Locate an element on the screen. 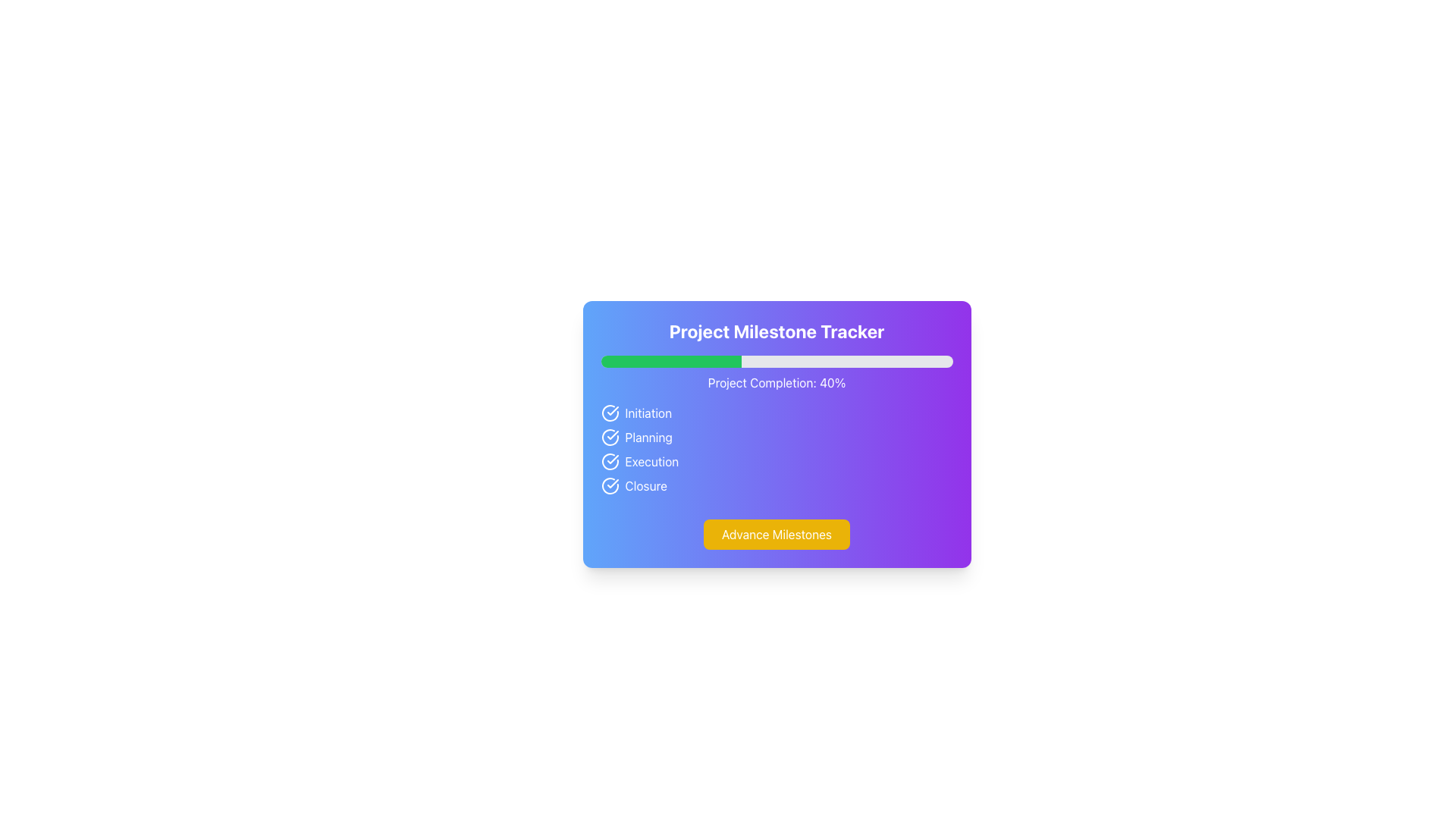 This screenshot has height=819, width=1456. the Status indicator icon that represents the completion status of the 'Initiation' step in the project milestone tracker is located at coordinates (613, 413).